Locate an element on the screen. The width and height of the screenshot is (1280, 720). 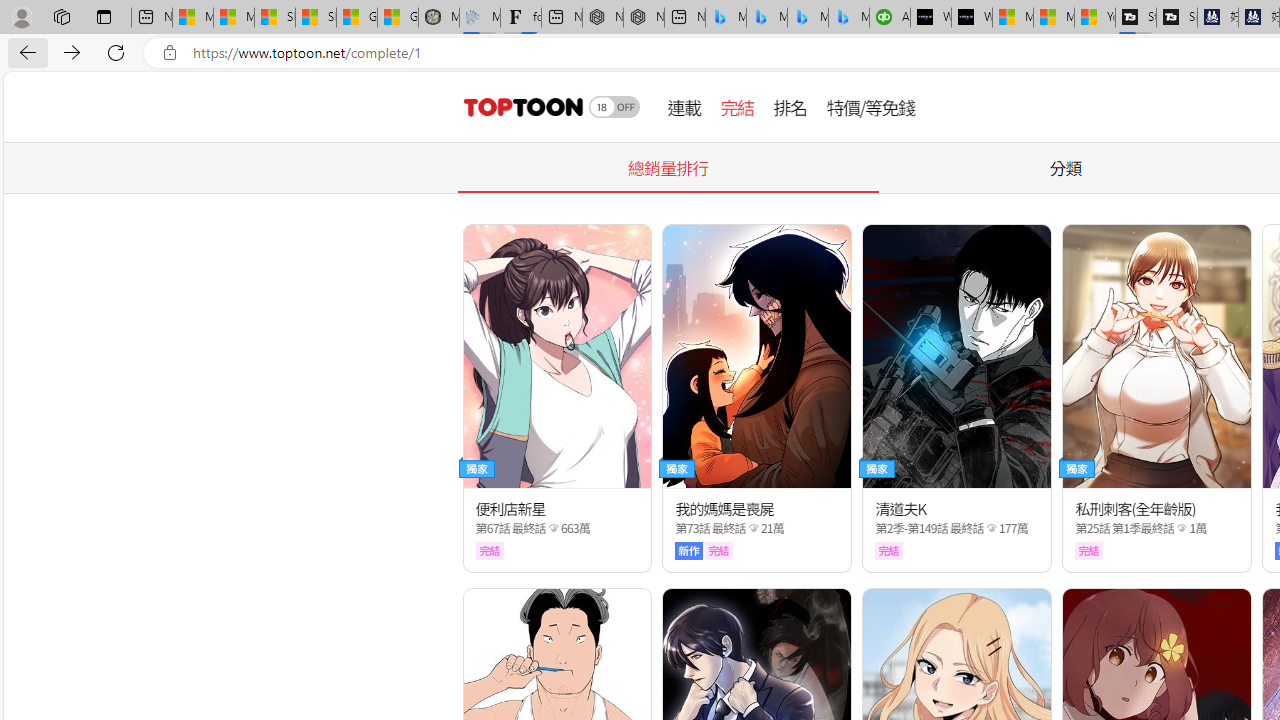
'Forward' is located at coordinates (72, 51).